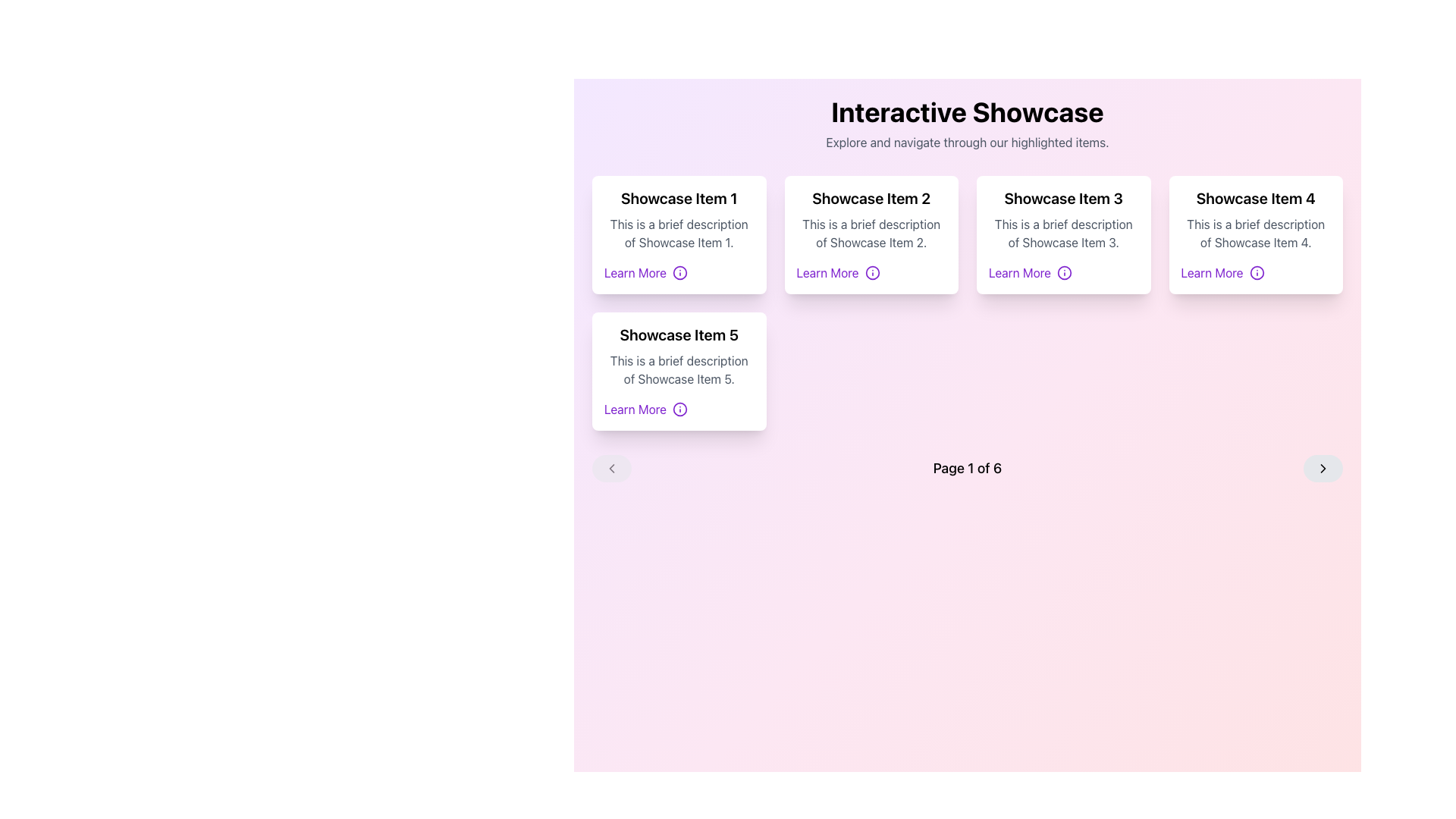  I want to click on the information icon located to the right of the 'Learn More' text within the 'Showcase Item 2' card, so click(872, 271).